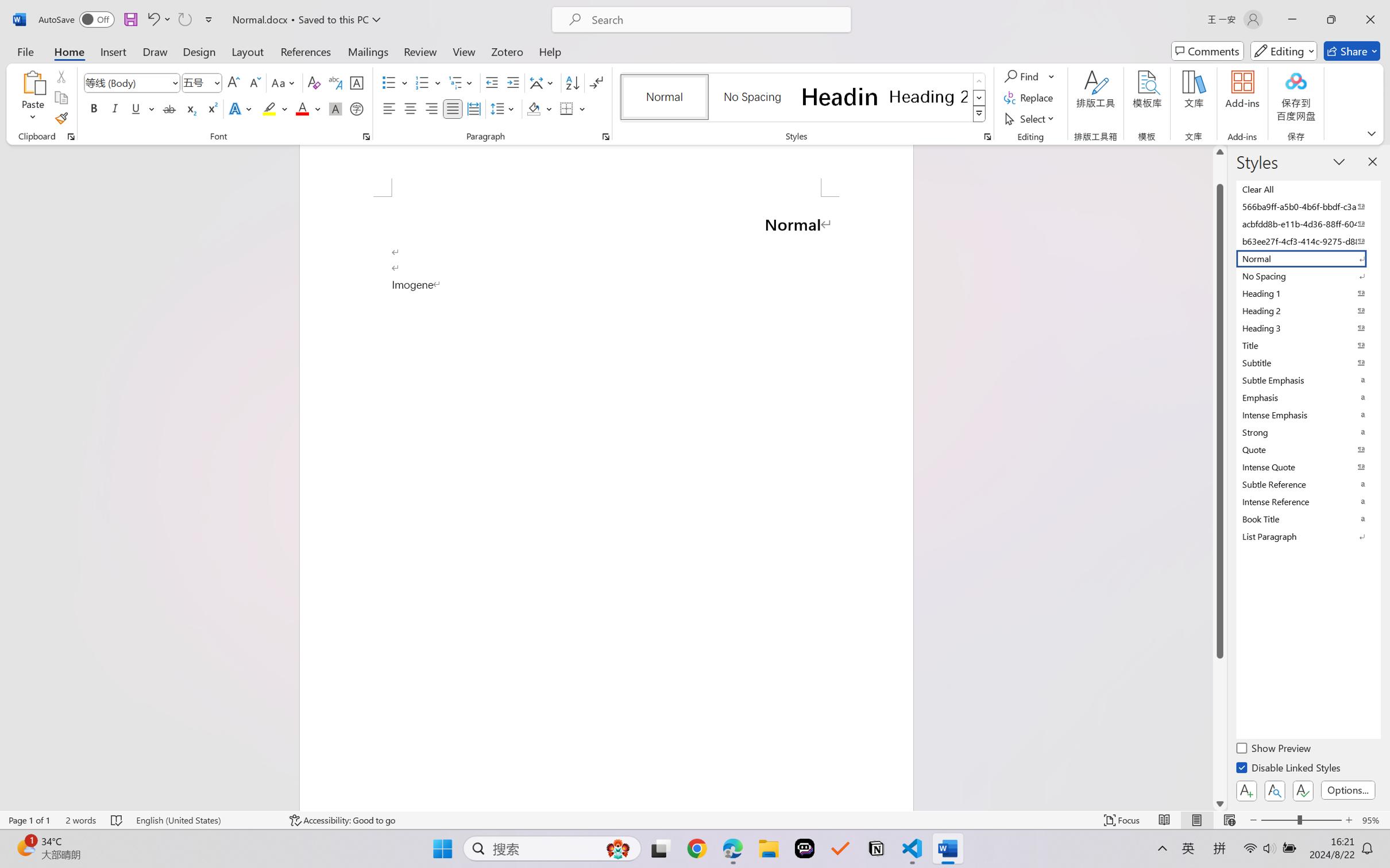 This screenshot has height=868, width=1390. Describe the element at coordinates (269, 108) in the screenshot. I see `'Text Highlight Color Yellow'` at that location.